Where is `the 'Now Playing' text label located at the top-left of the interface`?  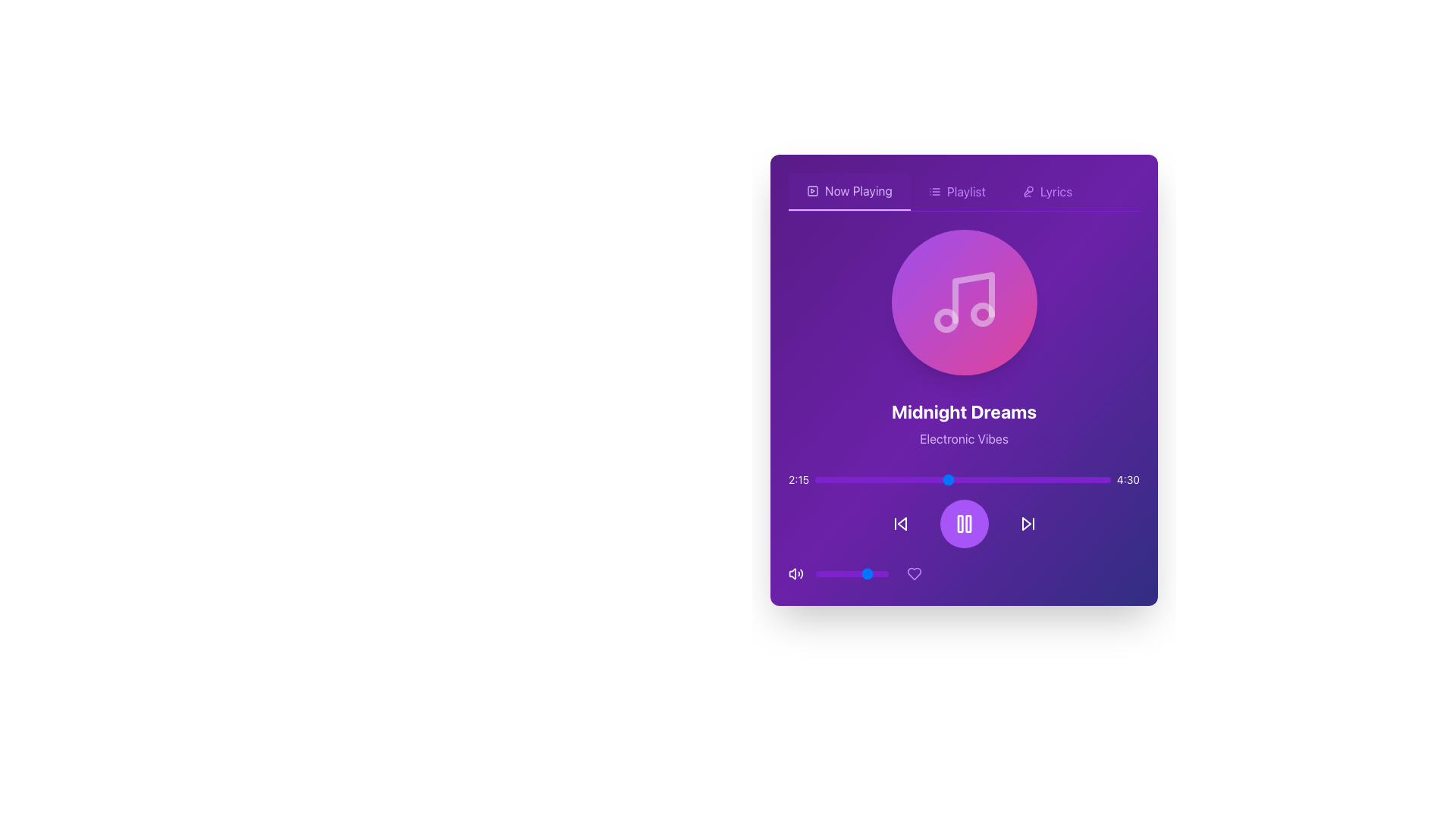
the 'Now Playing' text label located at the top-left of the interface is located at coordinates (858, 190).